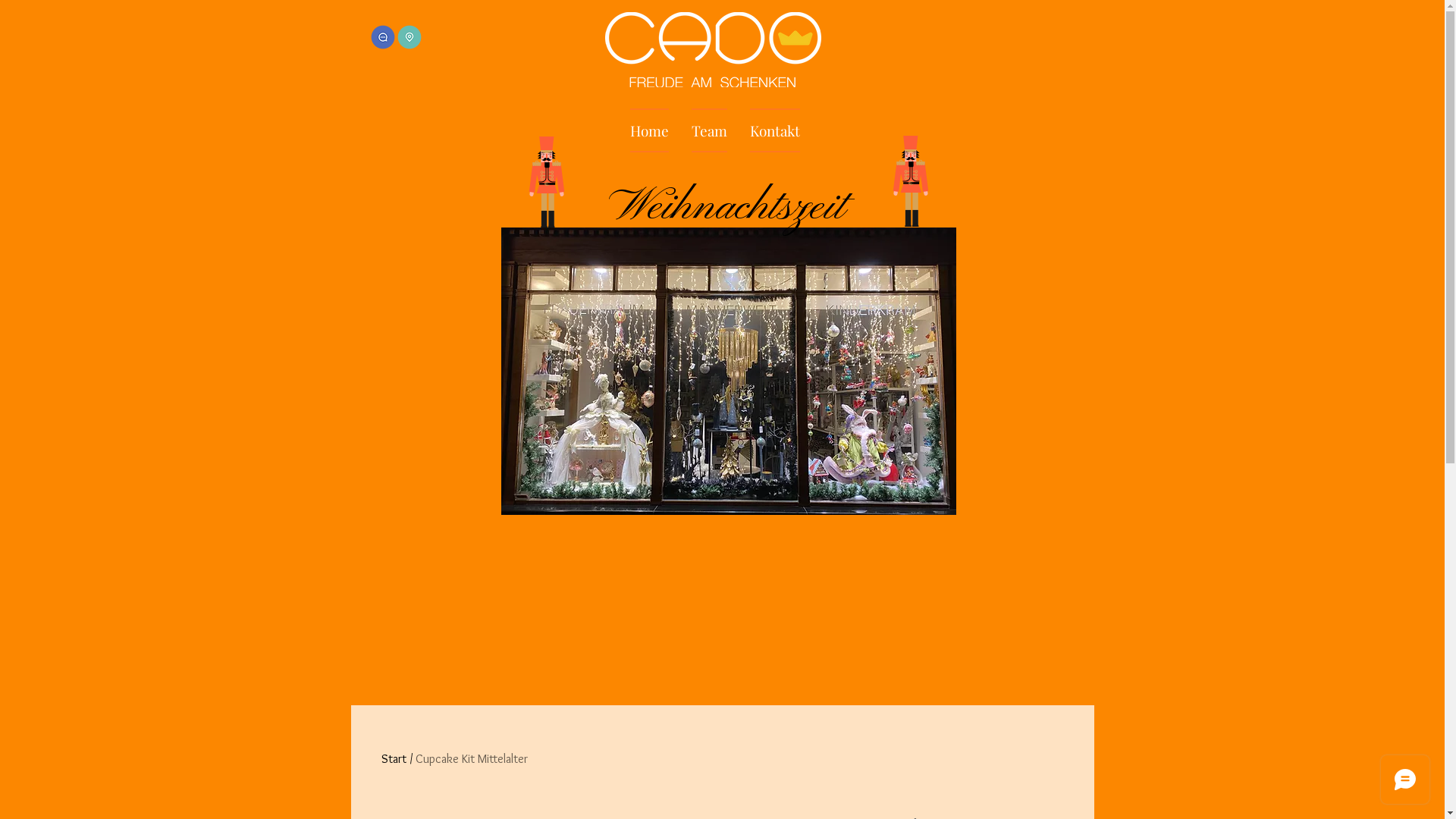 The image size is (1456, 819). I want to click on 'Team', so click(679, 130).